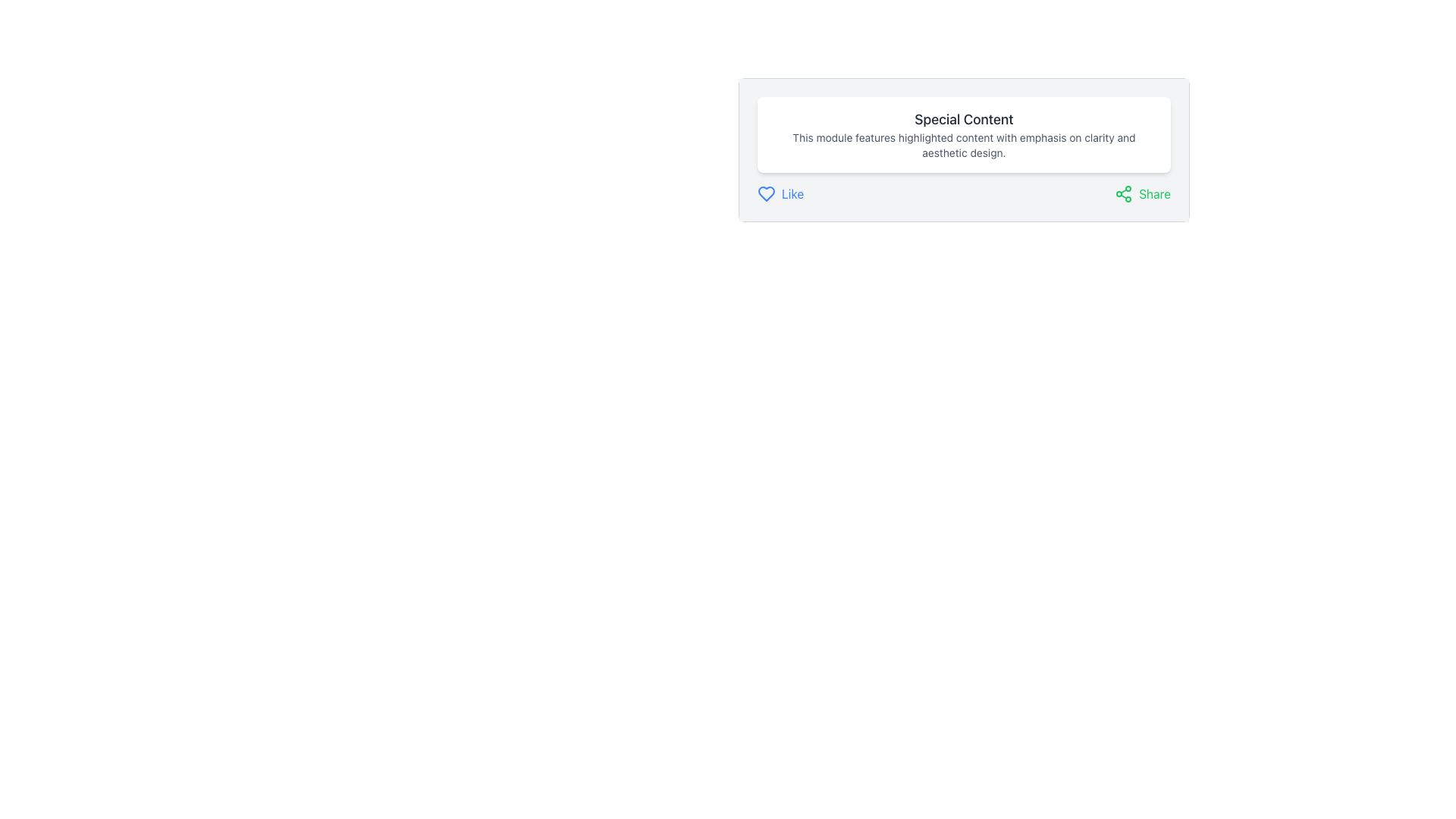 This screenshot has height=819, width=1456. What do you see at coordinates (963, 119) in the screenshot?
I see `the text label displaying 'Special Content' to observe any potential effects` at bounding box center [963, 119].